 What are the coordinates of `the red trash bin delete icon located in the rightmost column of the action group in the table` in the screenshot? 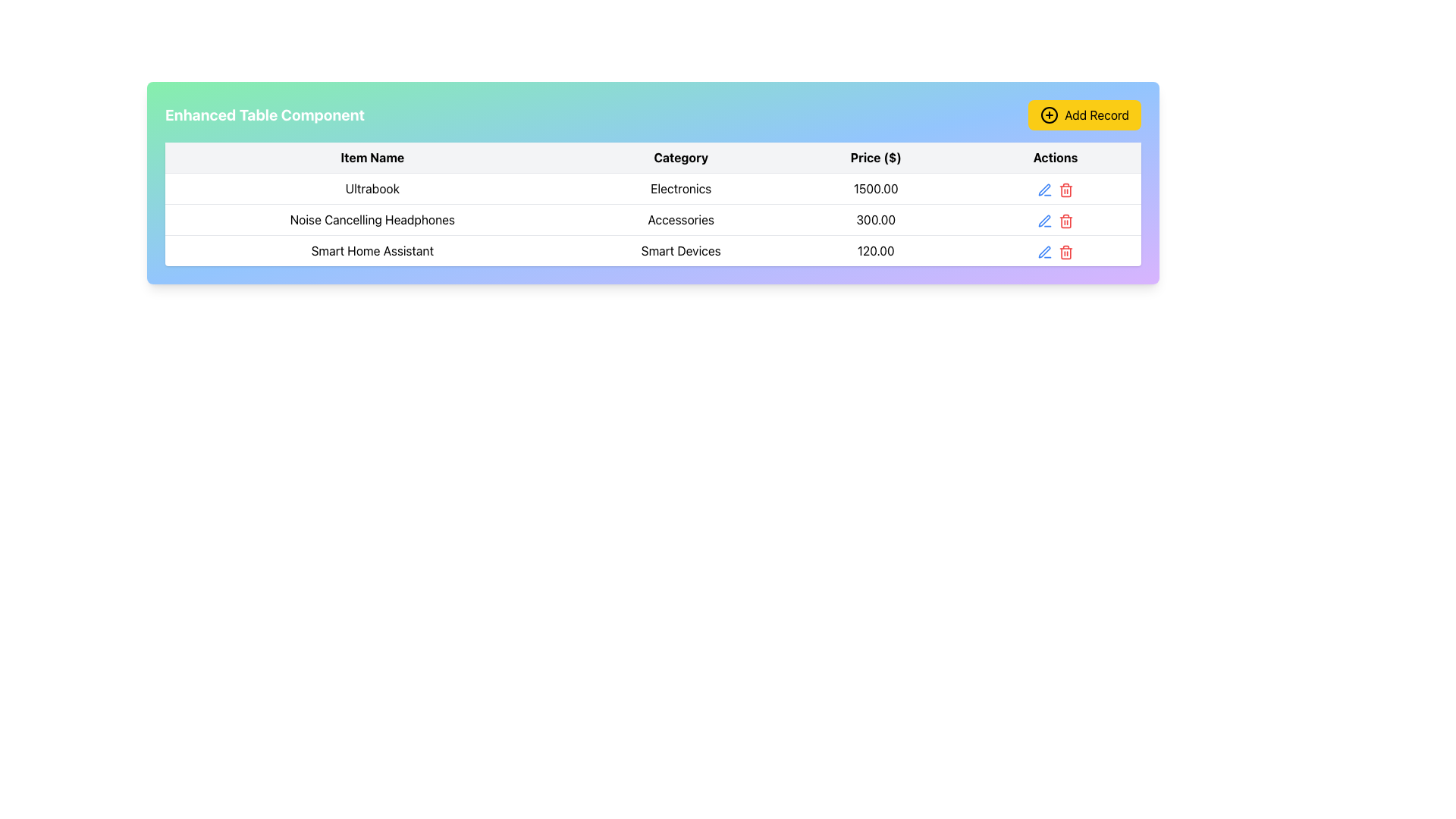 It's located at (1054, 188).